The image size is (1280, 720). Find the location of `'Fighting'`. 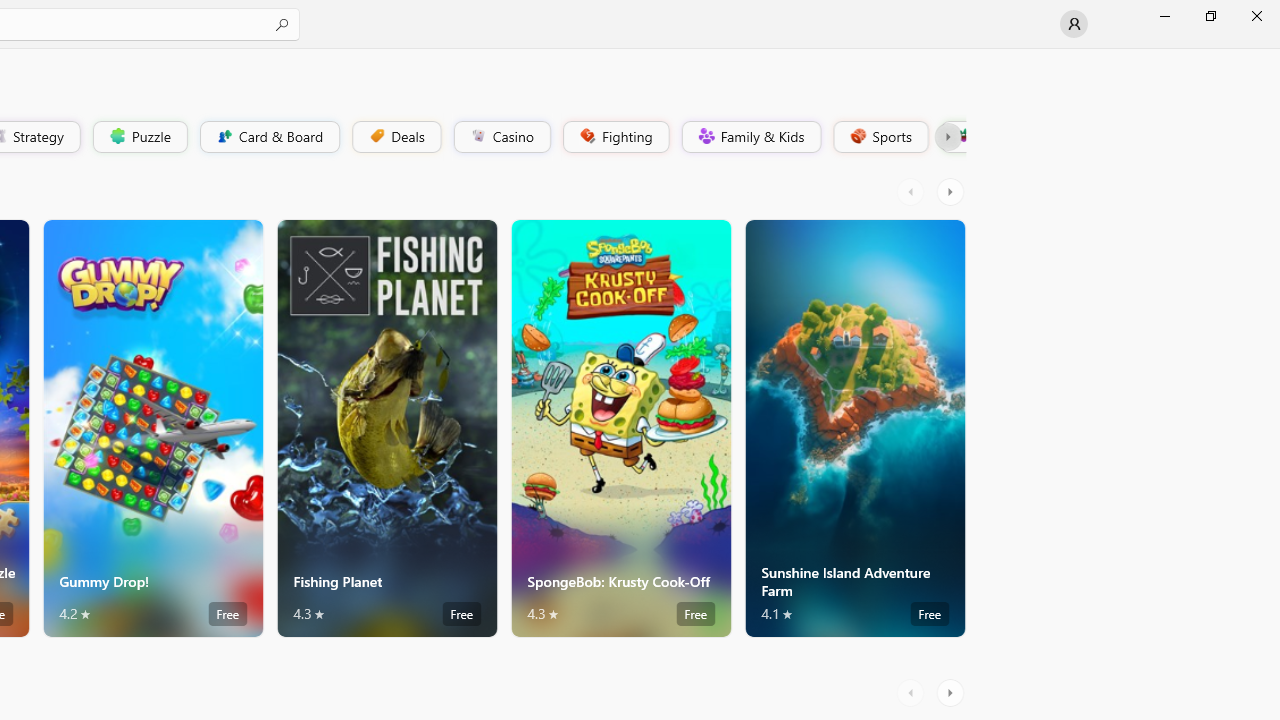

'Fighting' is located at coordinates (614, 135).